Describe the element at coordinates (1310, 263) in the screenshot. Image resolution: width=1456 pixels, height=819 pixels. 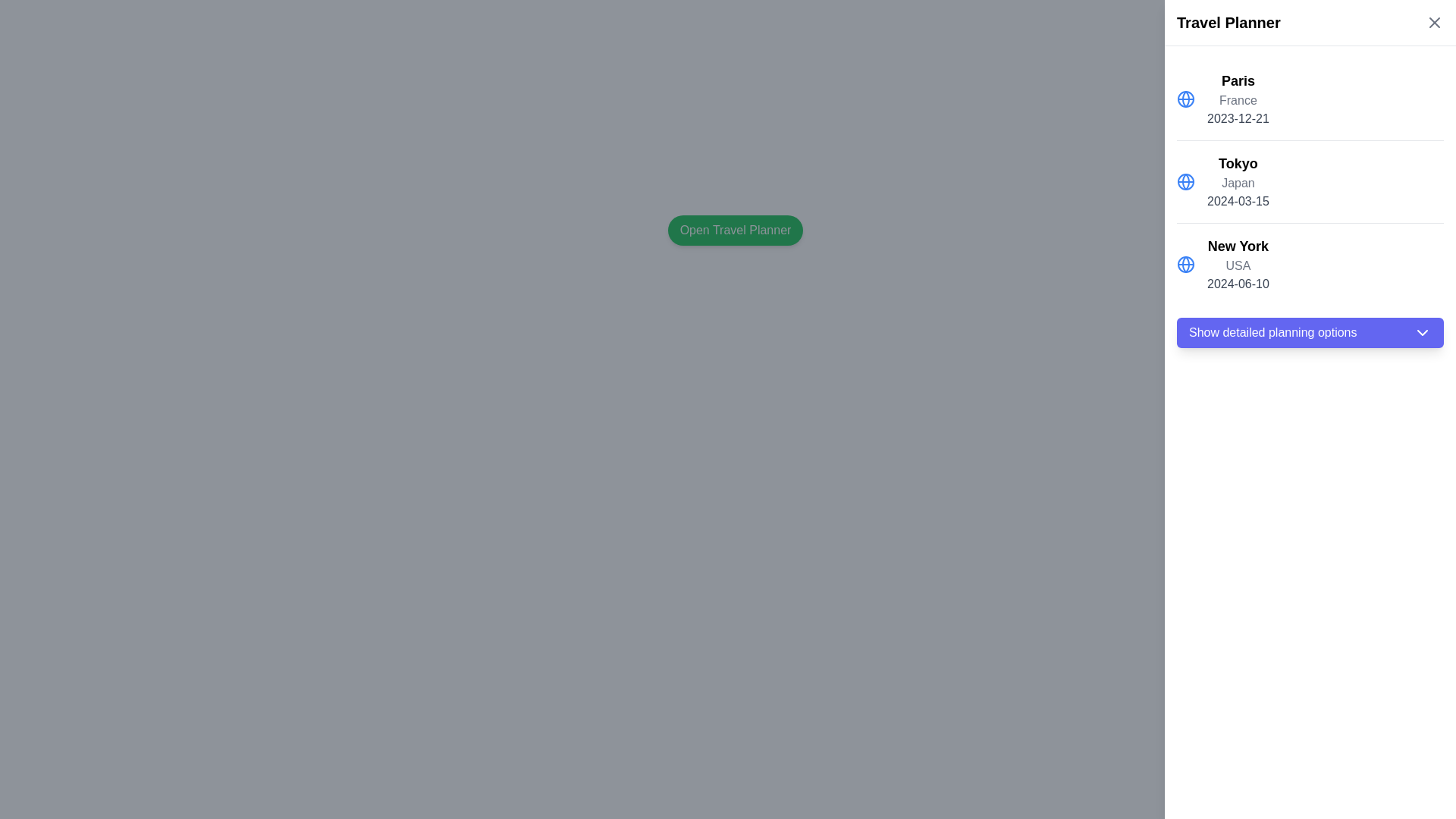
I see `the third list item in the Travel Planner section, which displays 'New York', 'USA', and '2024-06-10'` at that location.